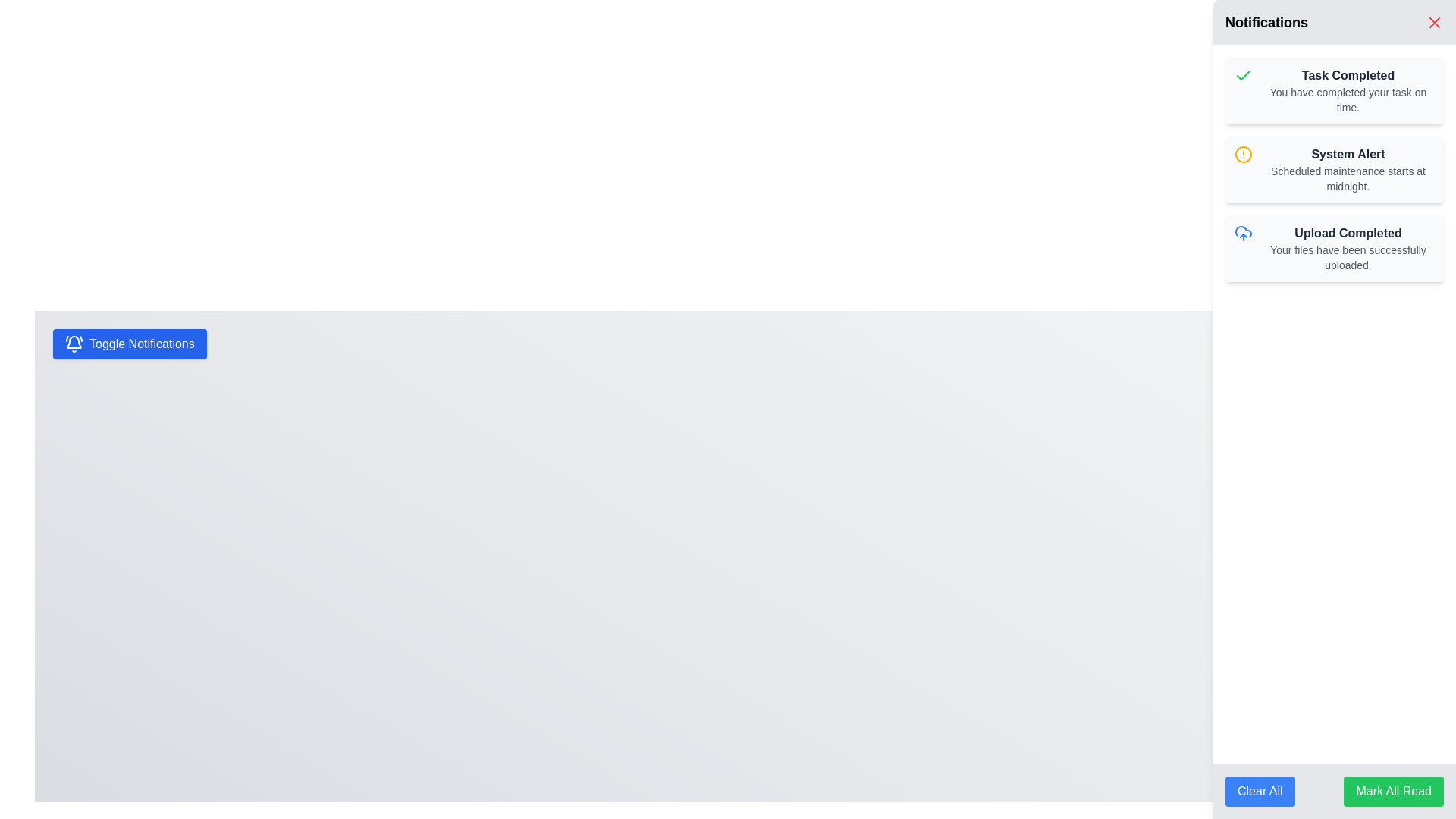  I want to click on the close button located at the top-right corner of the Notifications panel to change its color, so click(1433, 23).